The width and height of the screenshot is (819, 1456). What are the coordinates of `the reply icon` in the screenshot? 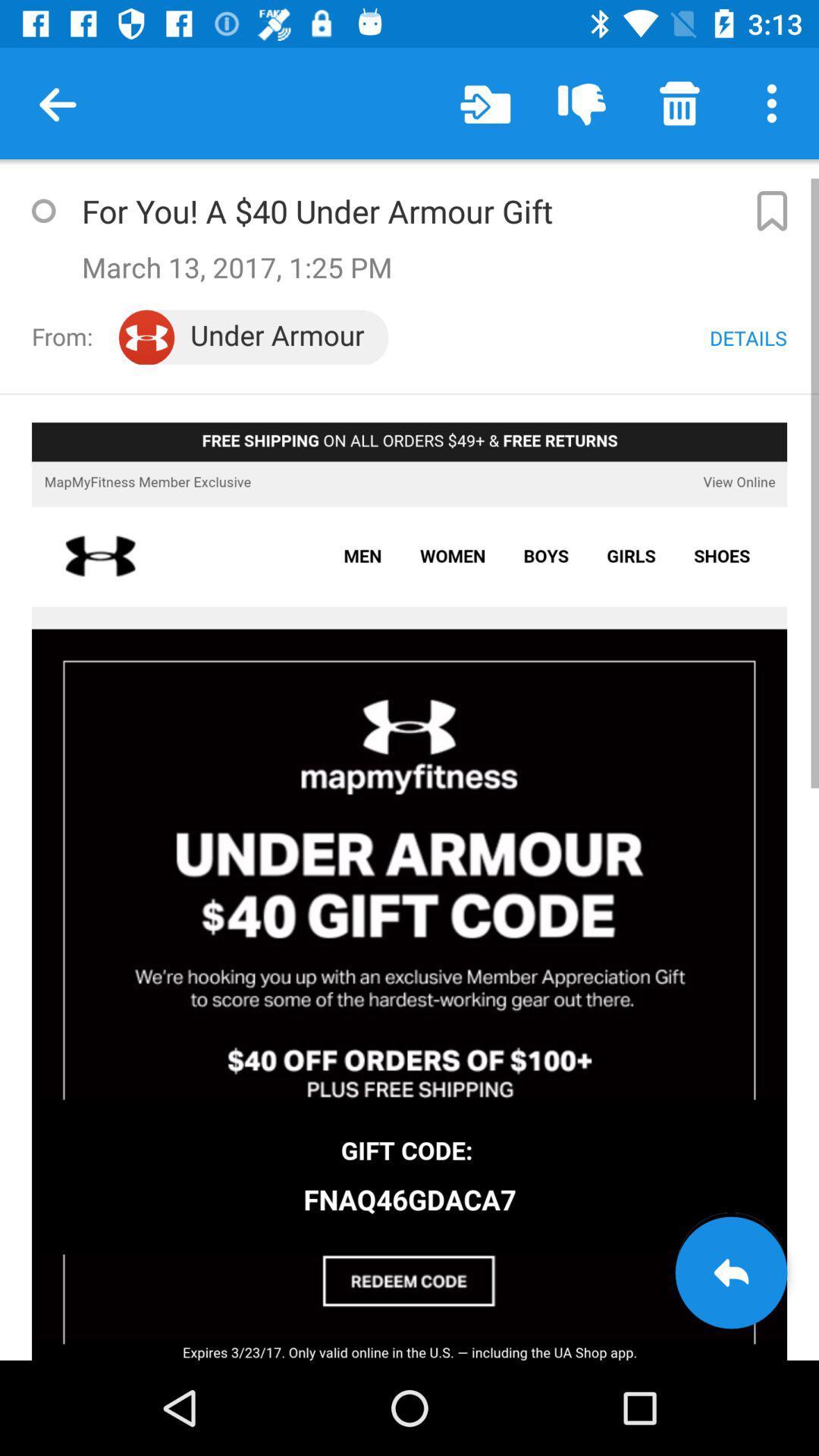 It's located at (730, 1272).